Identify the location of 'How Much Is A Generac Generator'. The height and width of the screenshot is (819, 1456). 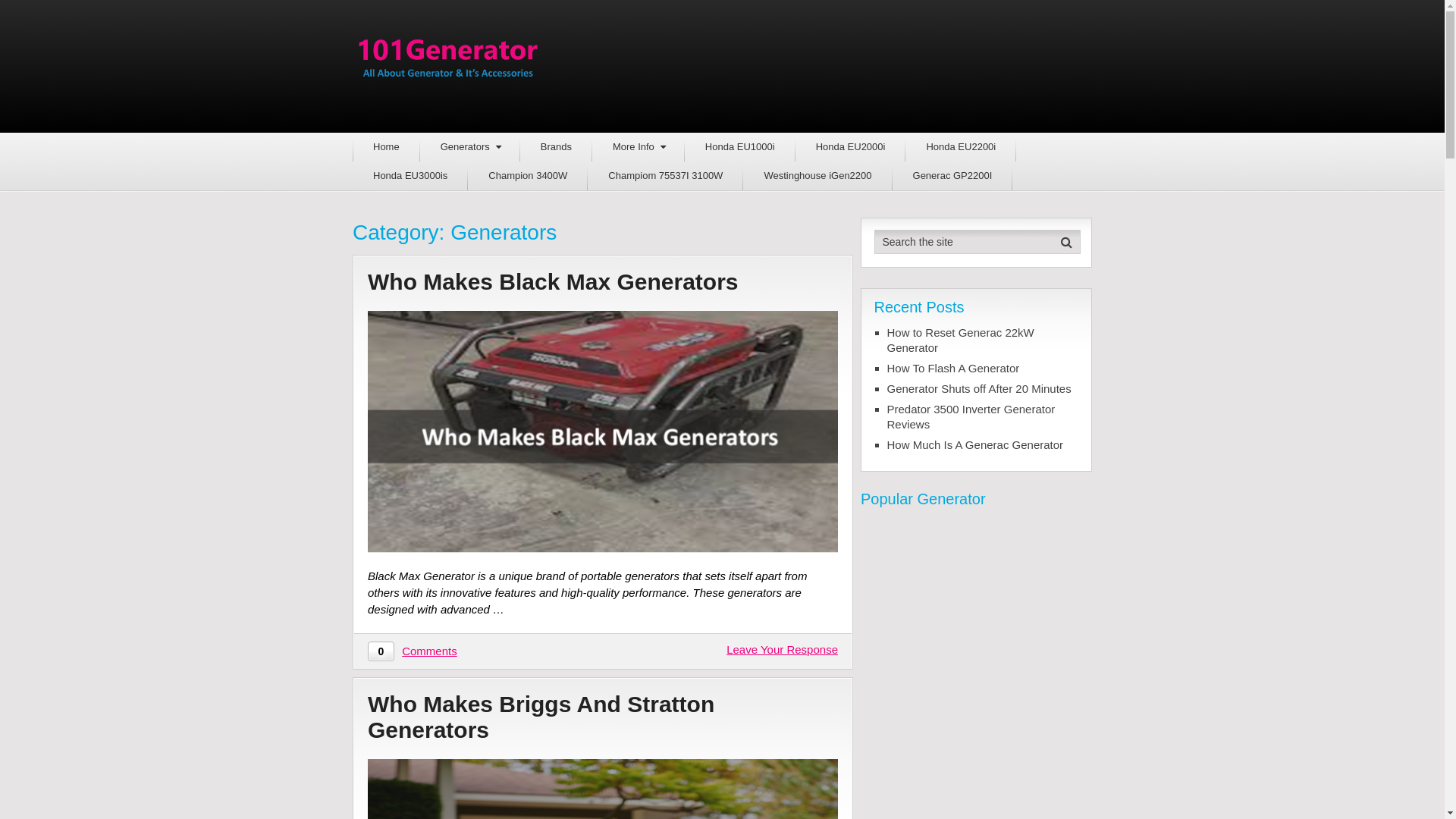
(983, 444).